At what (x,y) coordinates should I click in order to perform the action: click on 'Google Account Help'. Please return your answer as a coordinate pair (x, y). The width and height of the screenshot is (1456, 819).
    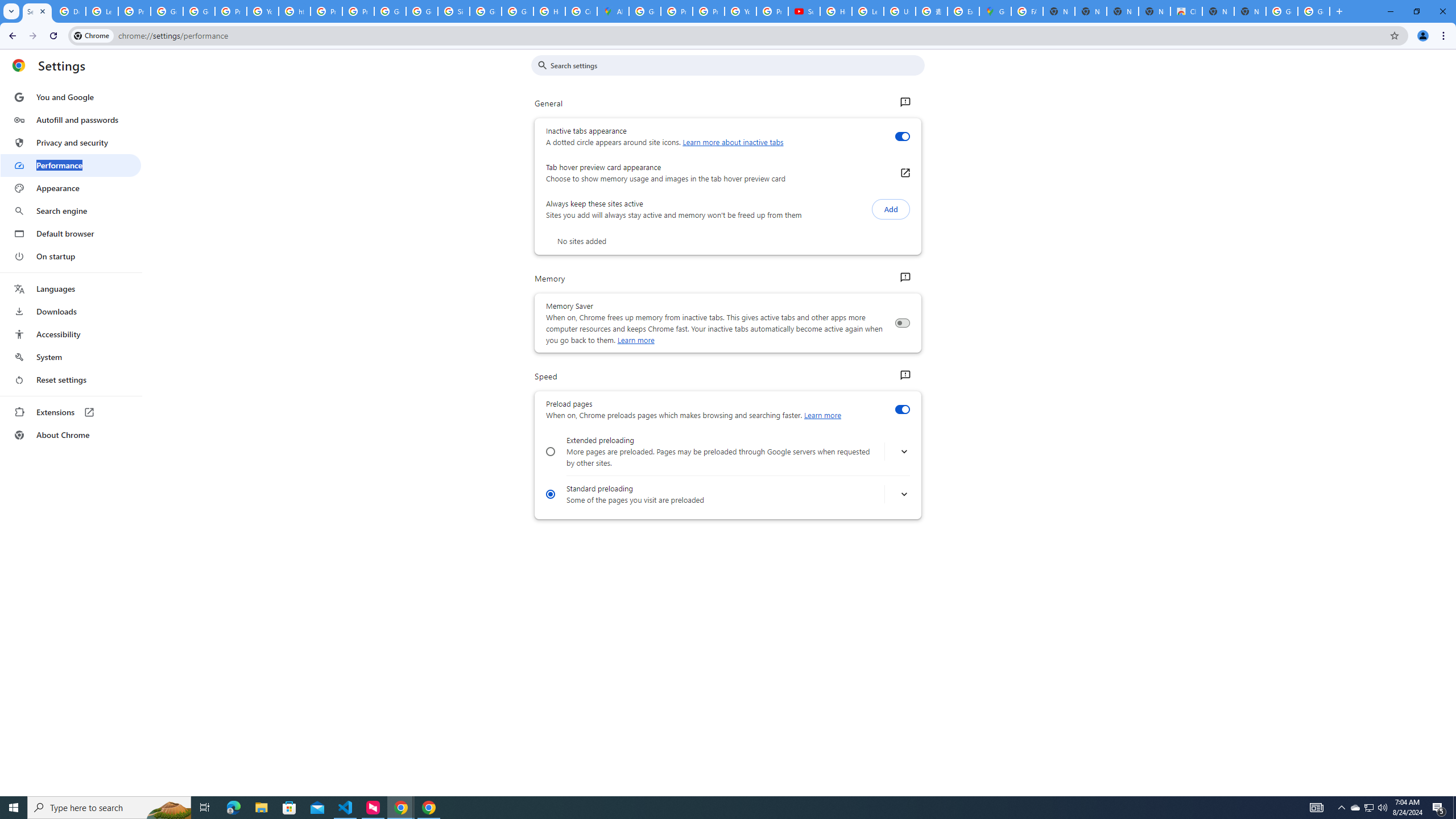
    Looking at the image, I should click on (167, 11).